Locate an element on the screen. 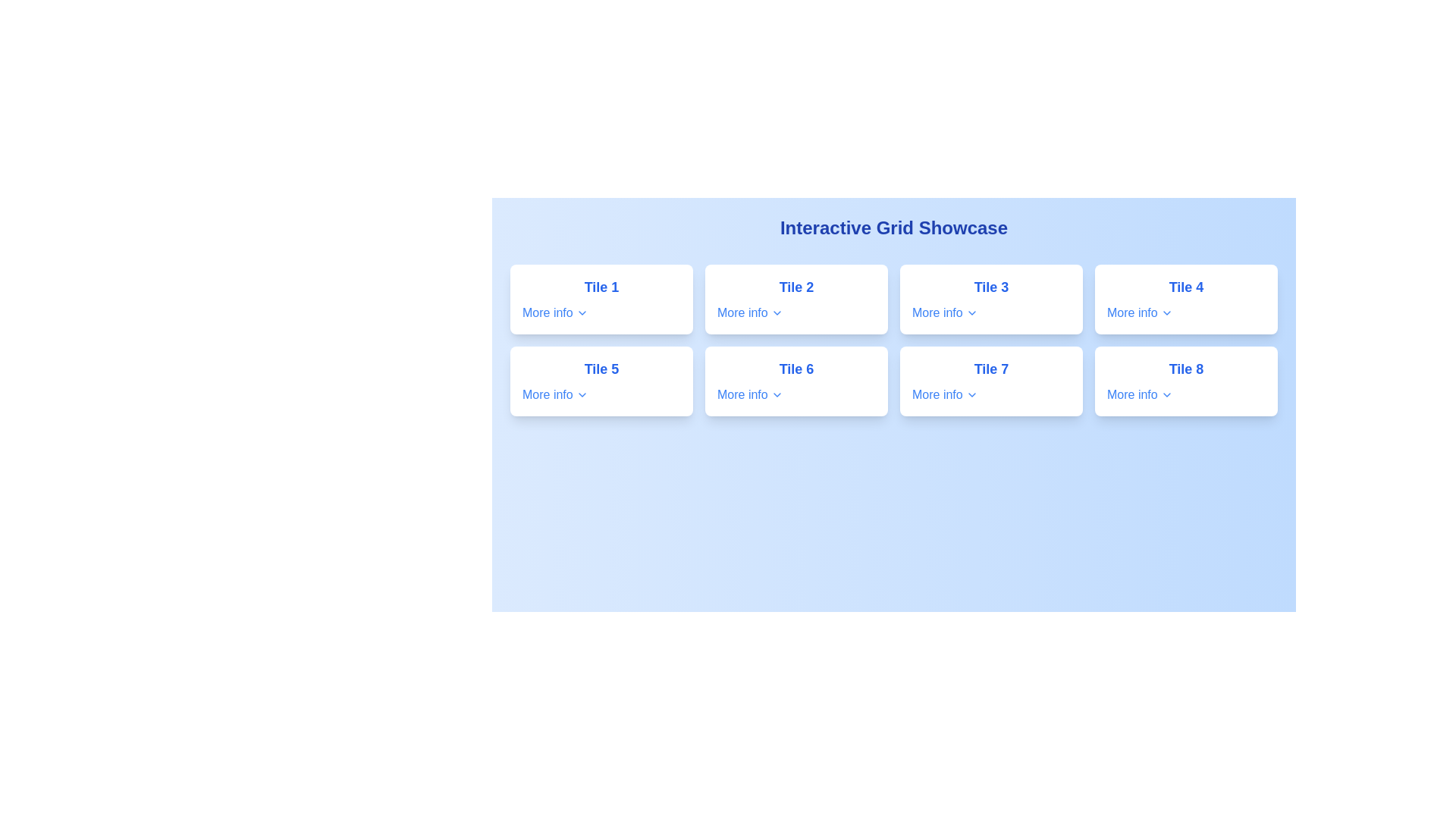  the Text Label that serves as the title for 'Tile 3' to possibly view a tooltip is located at coordinates (991, 287).